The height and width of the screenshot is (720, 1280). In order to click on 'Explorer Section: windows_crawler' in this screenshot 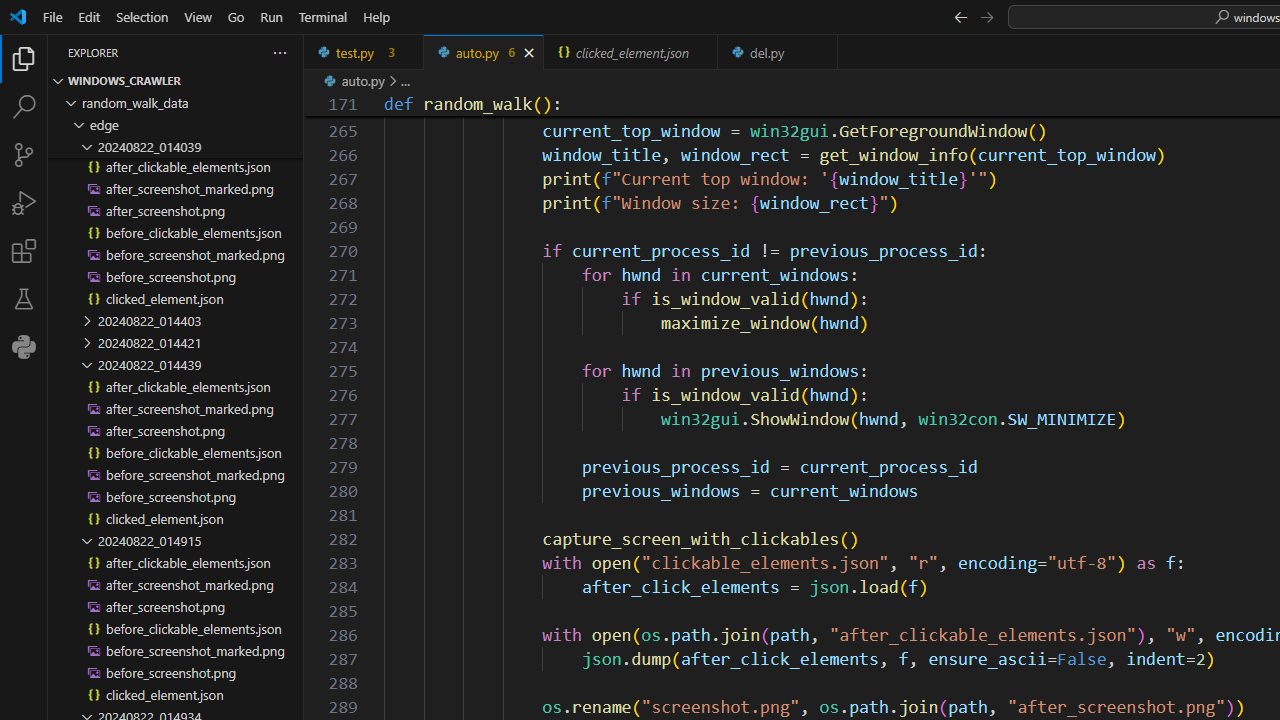, I will do `click(176, 80)`.